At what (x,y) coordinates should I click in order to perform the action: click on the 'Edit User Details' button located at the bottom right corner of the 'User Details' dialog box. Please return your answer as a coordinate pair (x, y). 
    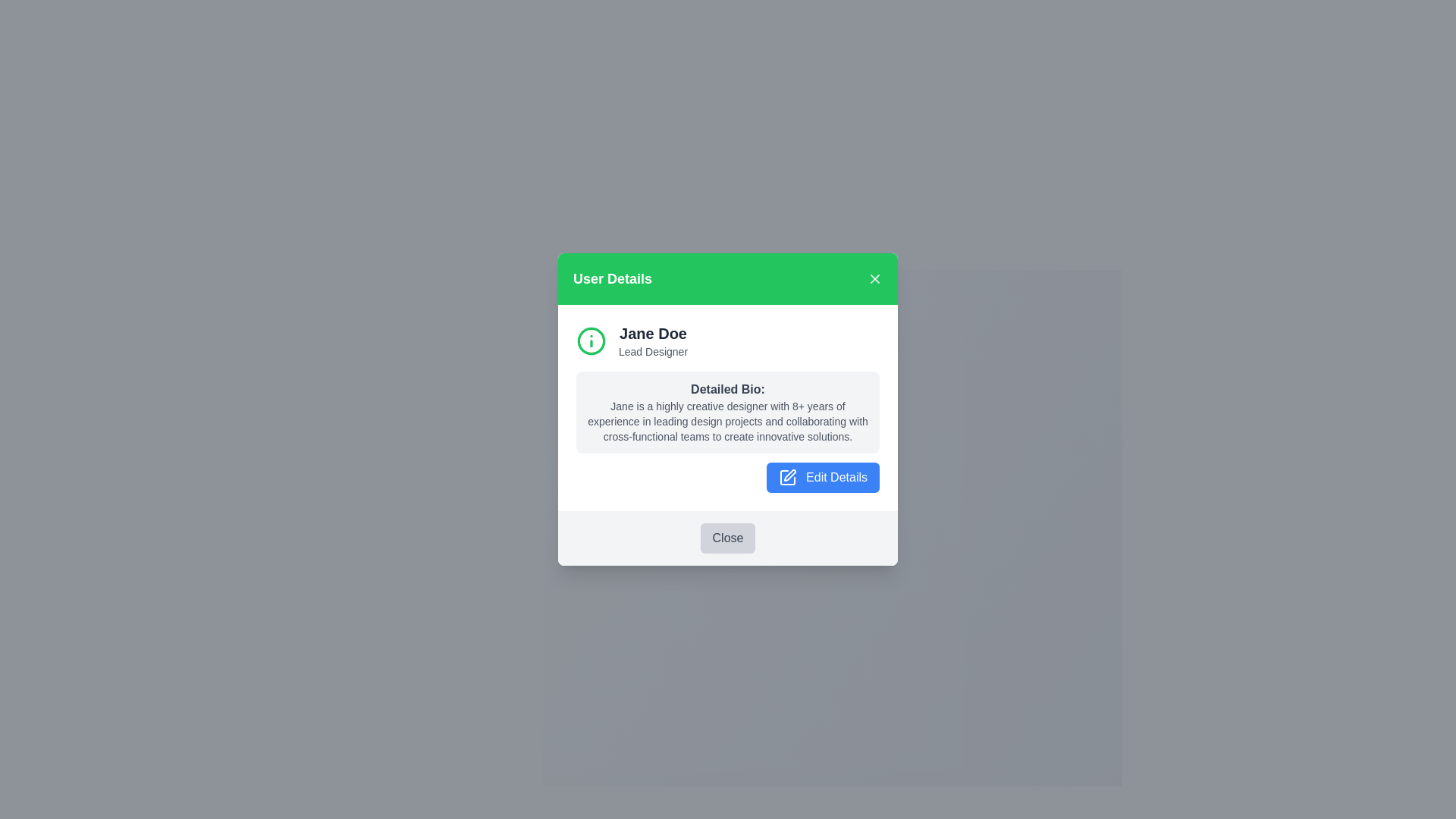
    Looking at the image, I should click on (822, 476).